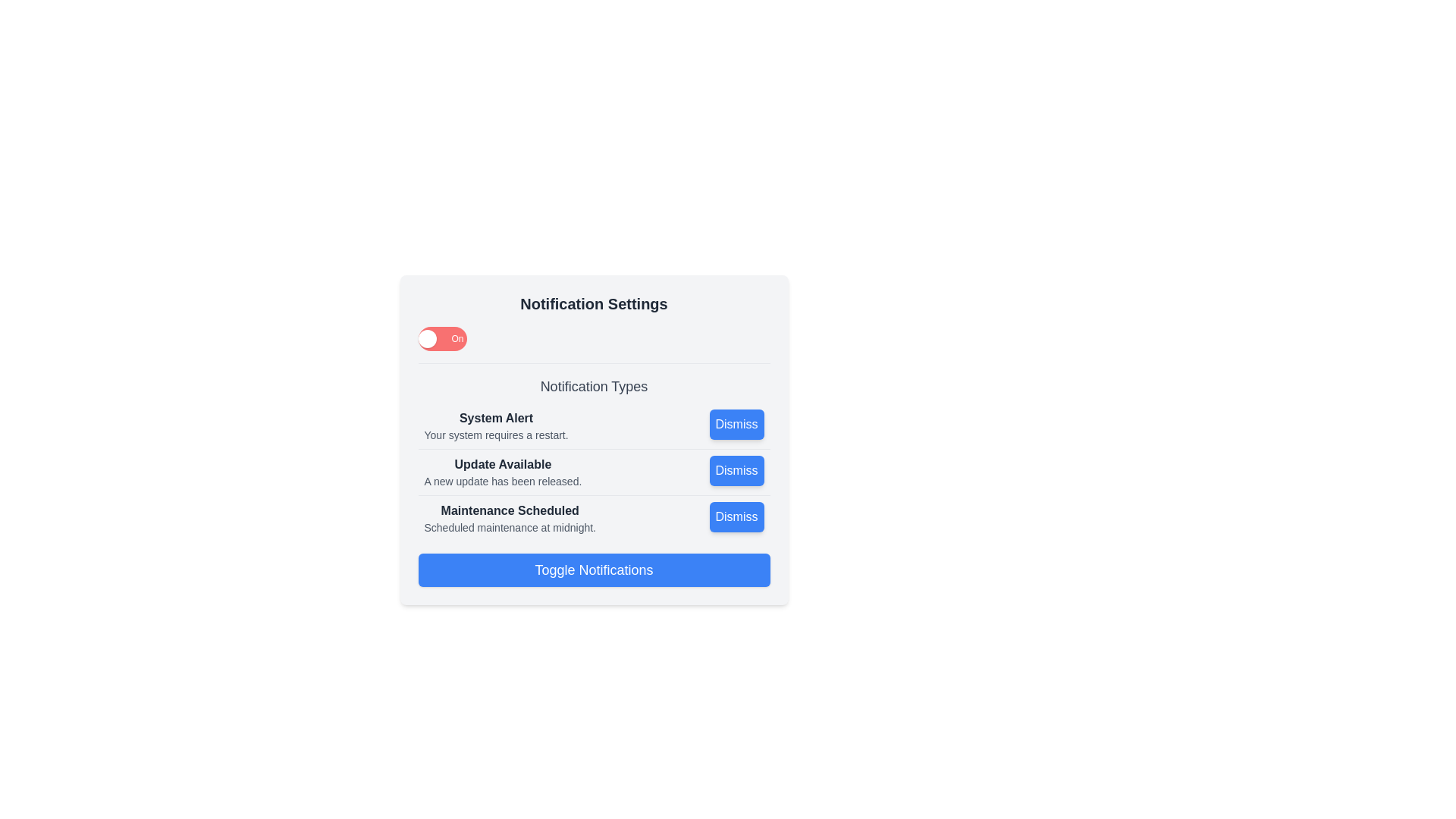 The width and height of the screenshot is (1456, 819). Describe the element at coordinates (593, 472) in the screenshot. I see `the 'Dismiss' button on the second notification entry titled 'Update Available'` at that location.